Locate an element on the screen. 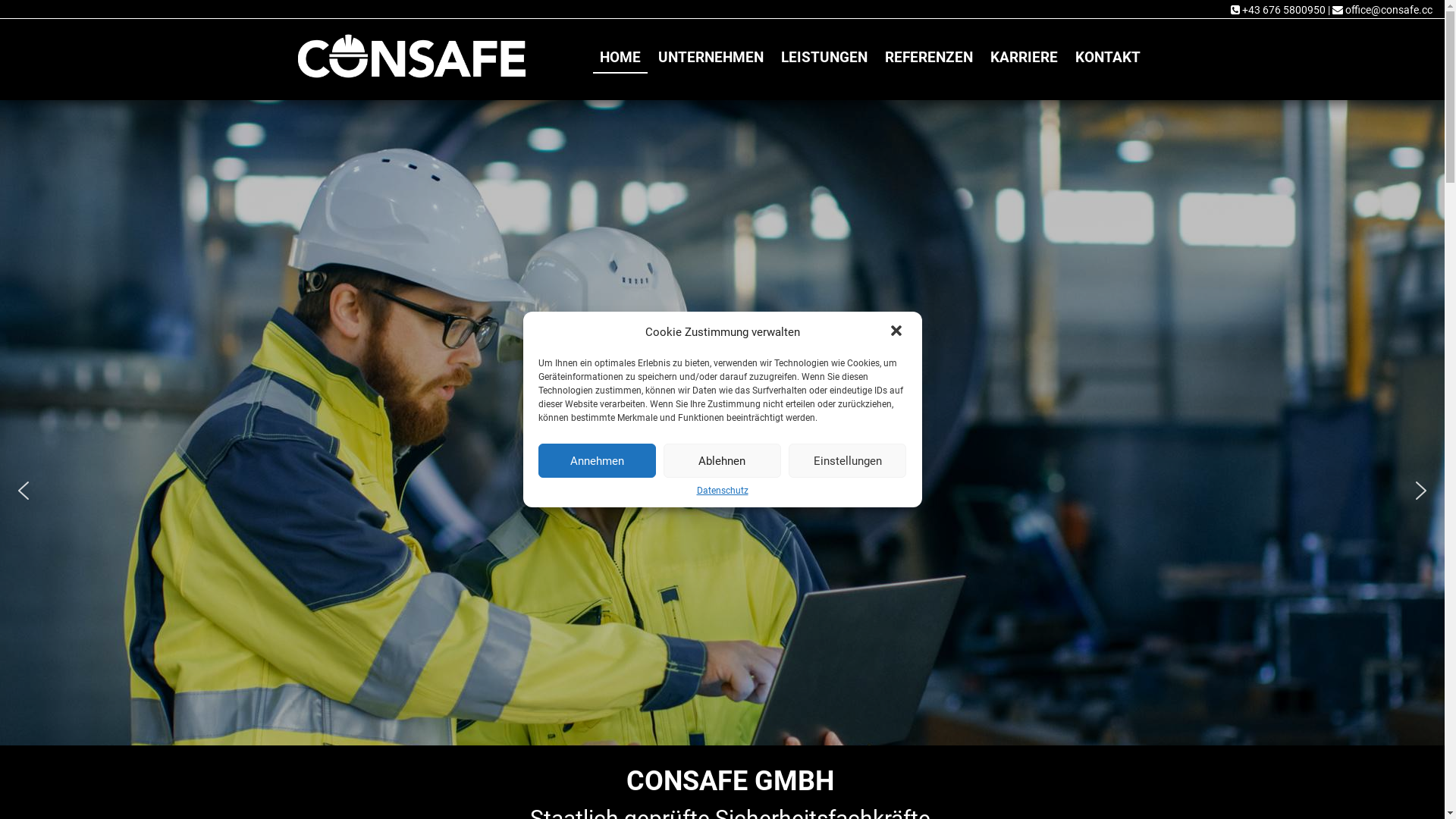 This screenshot has height=819, width=1456. 'Einstellungen' is located at coordinates (846, 460).